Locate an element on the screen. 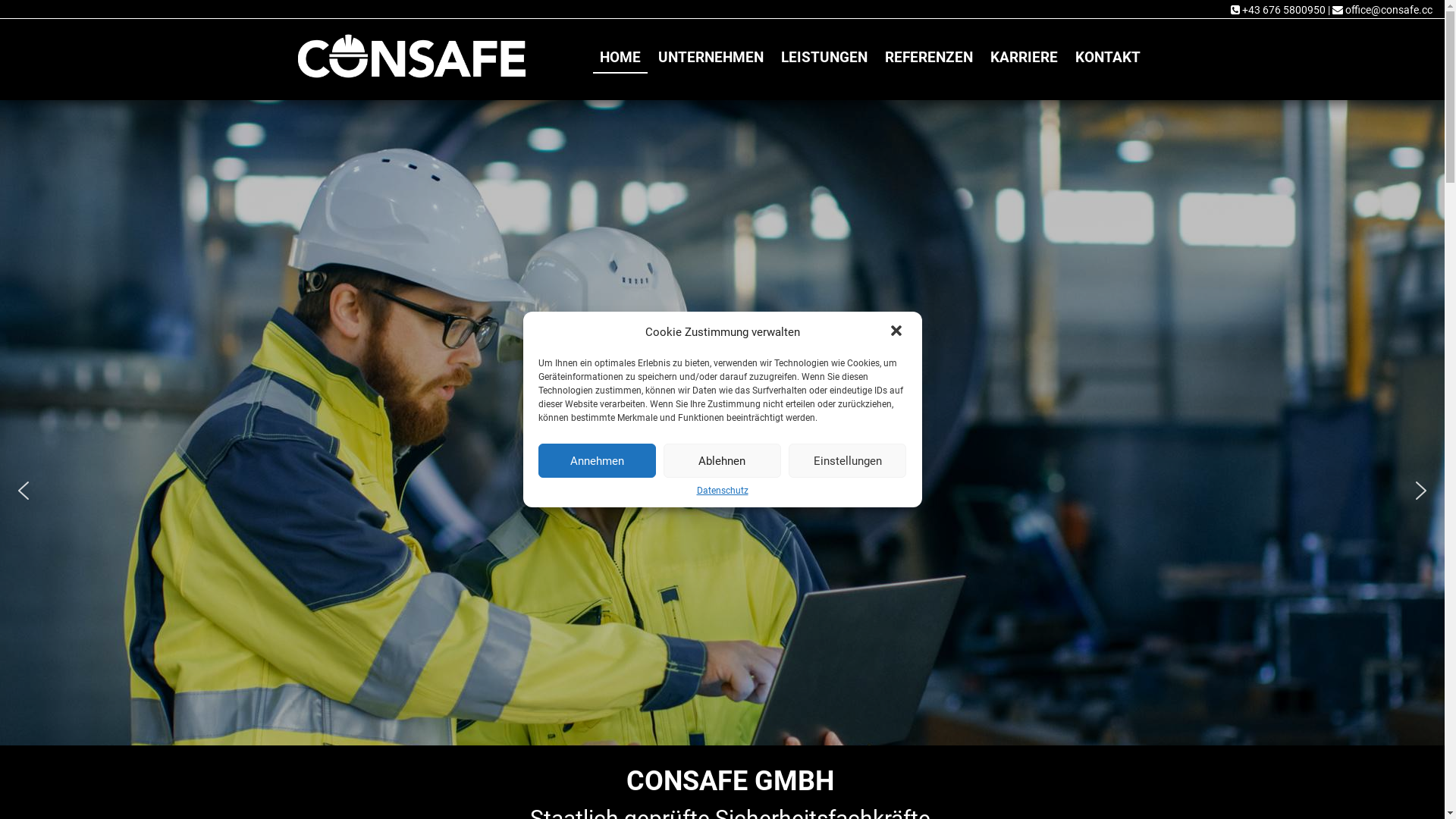 This screenshot has height=819, width=1456. 'Einstellungen' is located at coordinates (846, 460).